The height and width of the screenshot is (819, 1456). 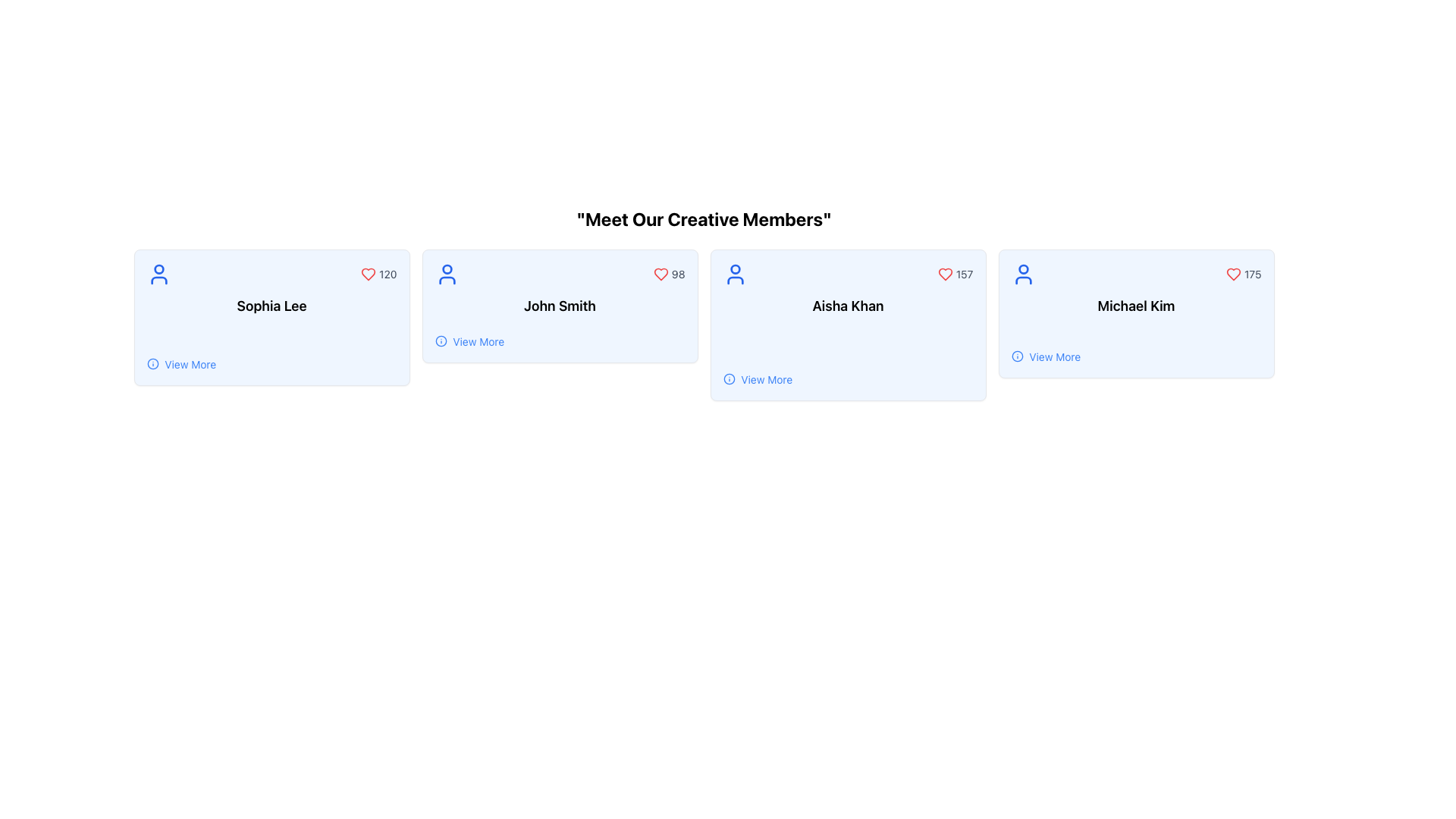 I want to click on the small circular graphic component that represents the user profile, located at the top of the profile icon on the fourth card from the left, above the name 'Michael Kim', so click(x=1023, y=268).